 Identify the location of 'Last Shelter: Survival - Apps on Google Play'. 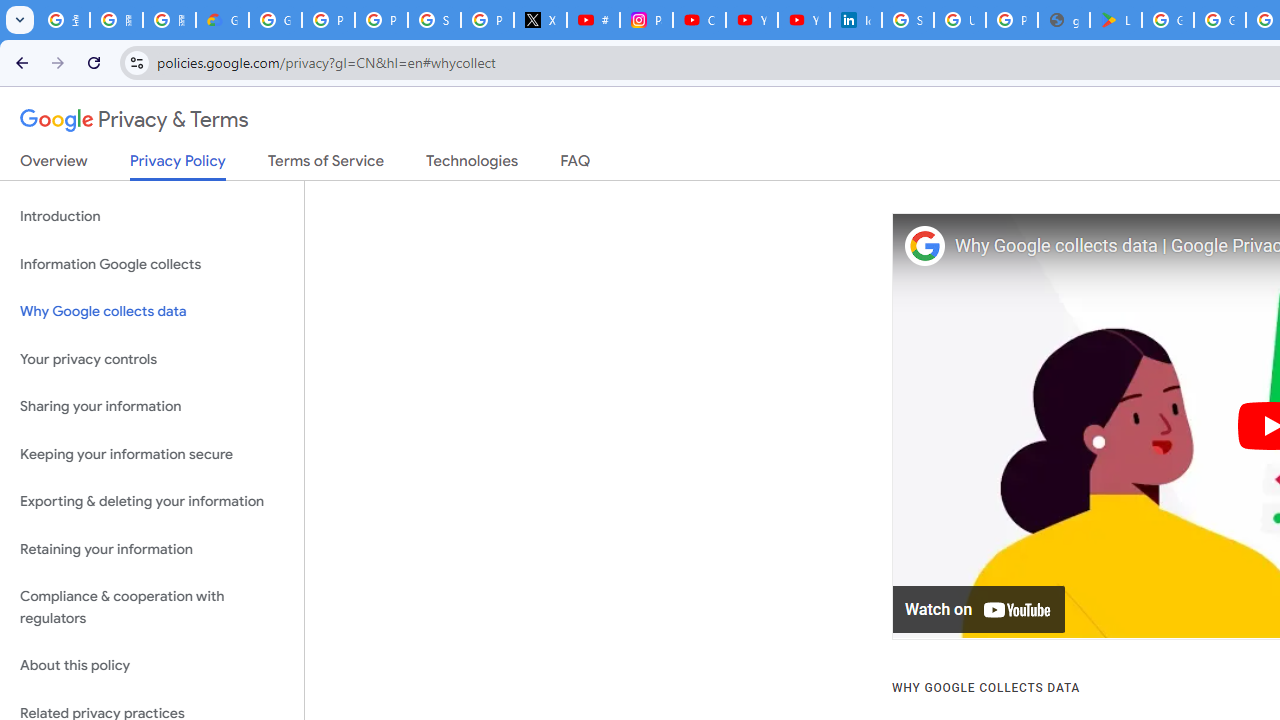
(1115, 20).